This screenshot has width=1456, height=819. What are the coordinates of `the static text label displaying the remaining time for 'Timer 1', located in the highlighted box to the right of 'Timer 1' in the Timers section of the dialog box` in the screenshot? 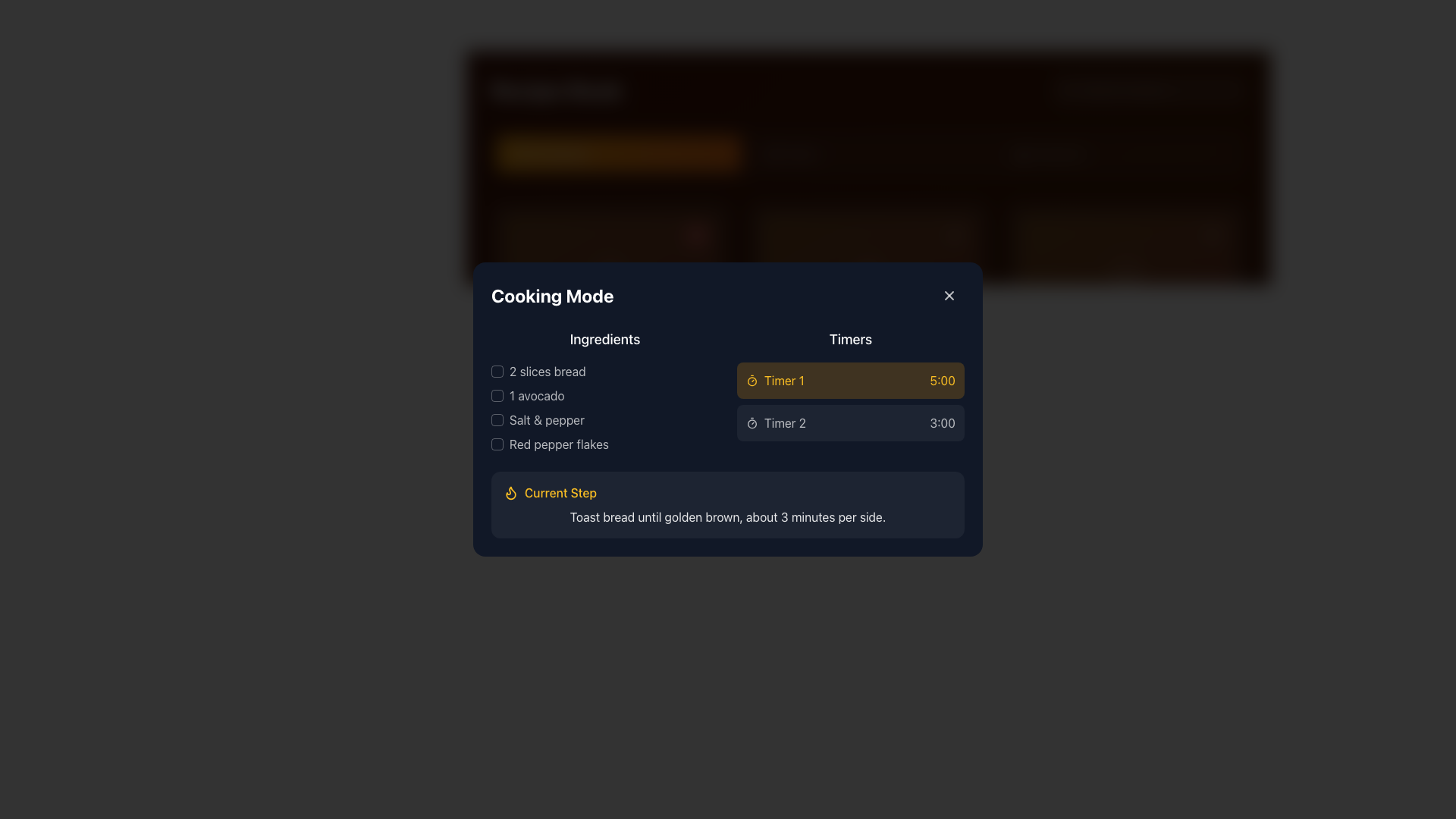 It's located at (942, 379).